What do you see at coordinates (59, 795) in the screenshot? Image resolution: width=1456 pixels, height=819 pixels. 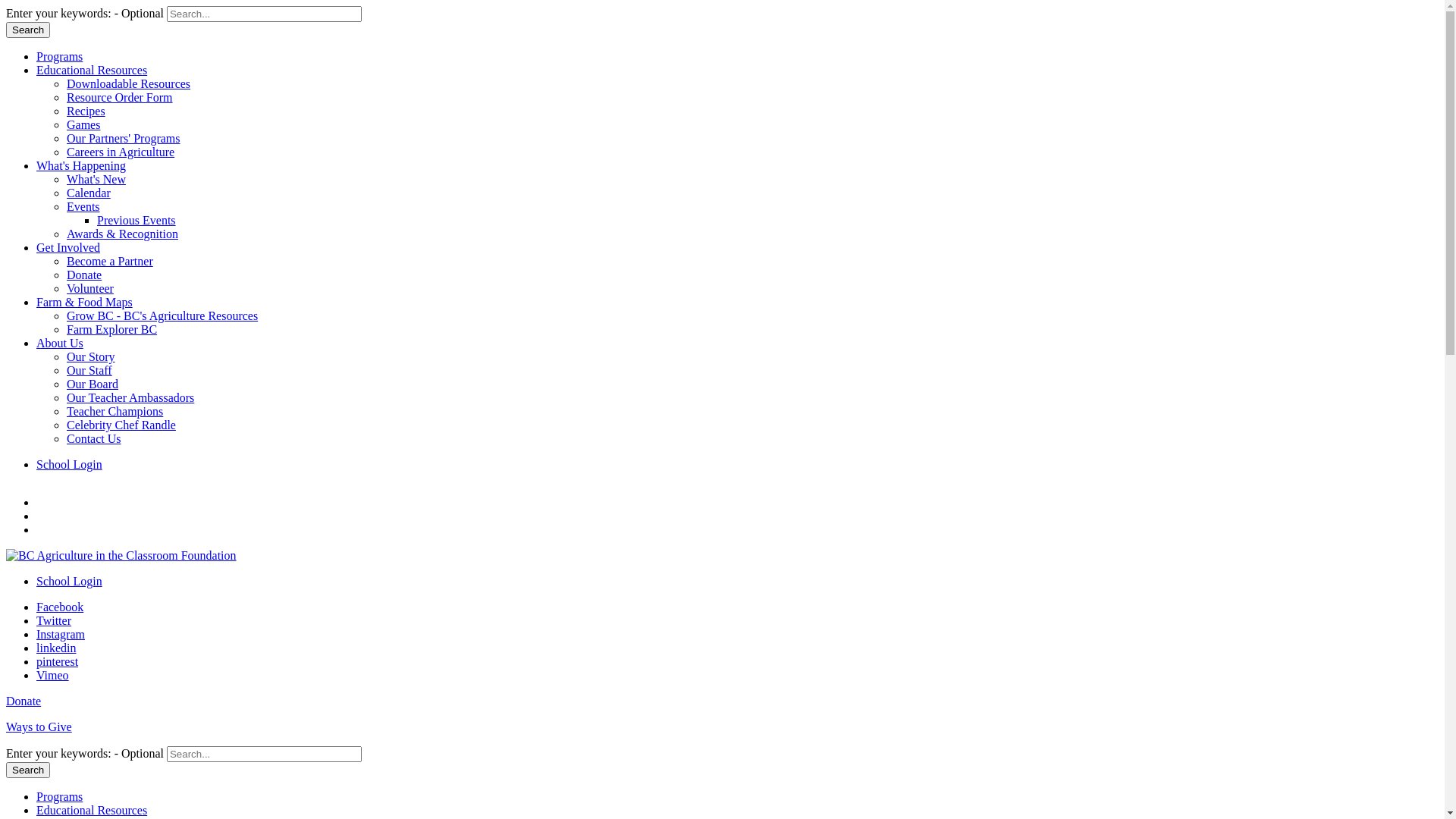 I see `'Programs'` at bounding box center [59, 795].